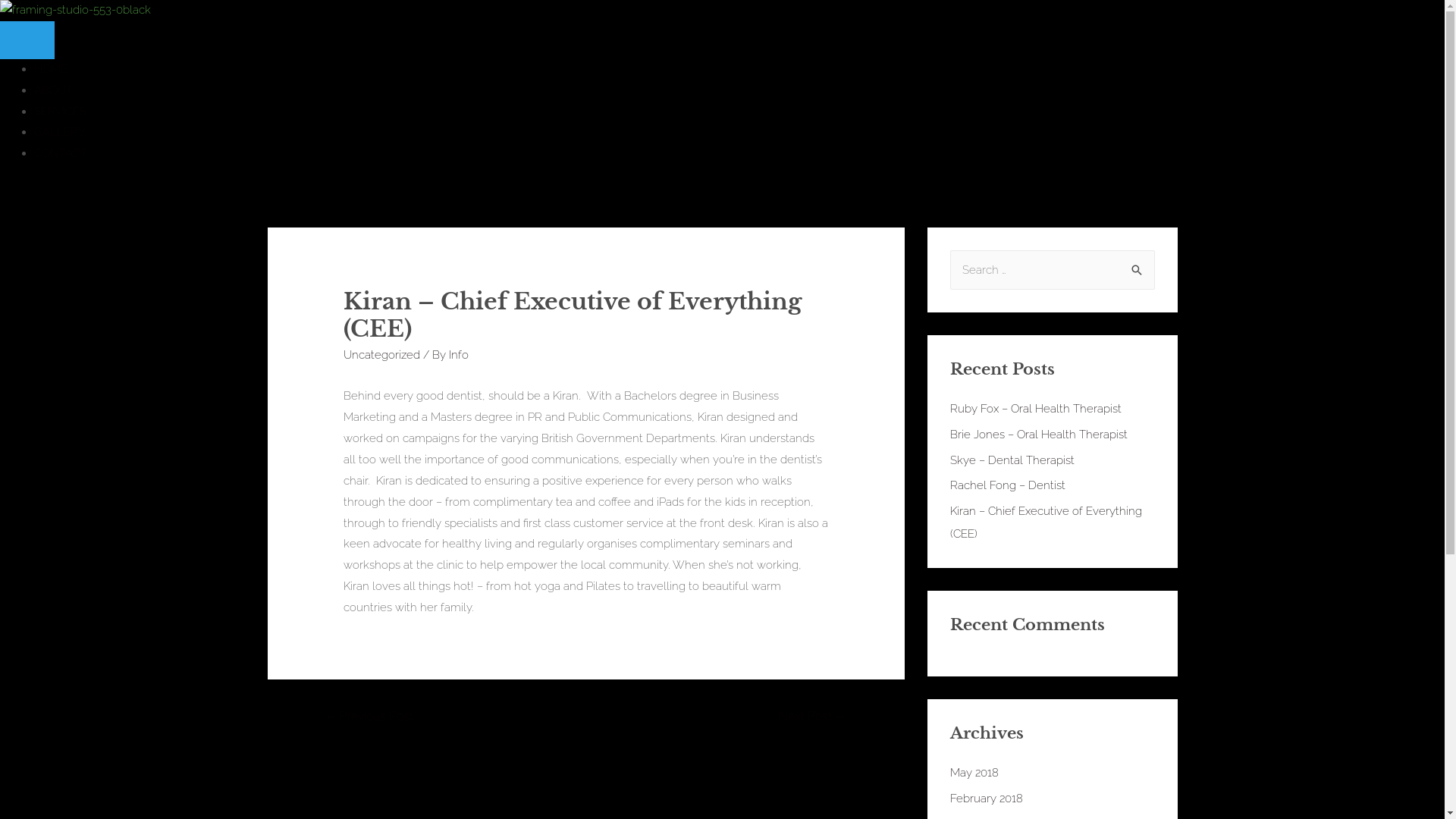 The image size is (1456, 819). I want to click on 'May 2018', so click(949, 772).